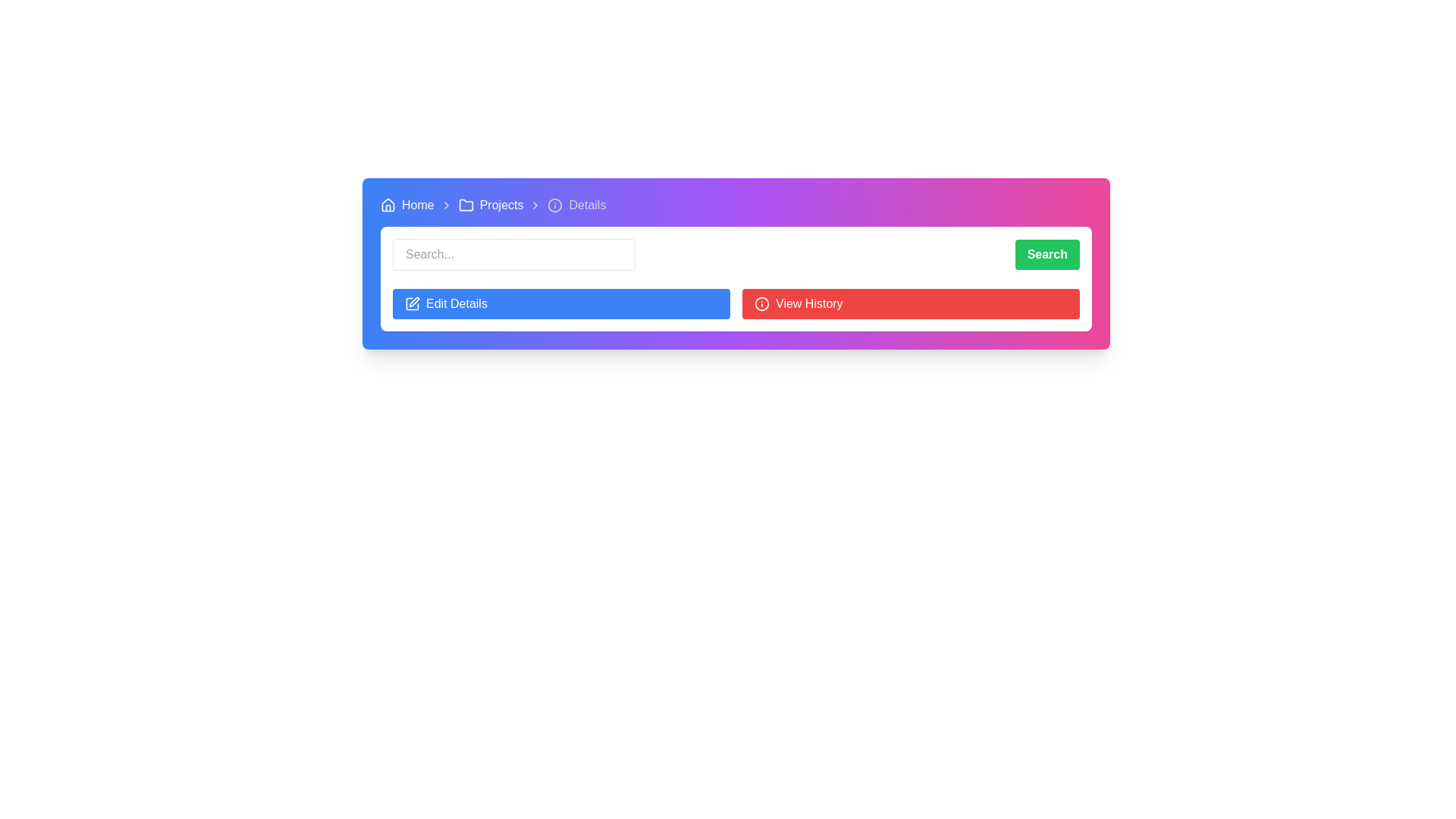 This screenshot has height=819, width=1456. I want to click on the SVG icon located to the left of the 'Details' text label in the breadcrumb navigation bar, so click(554, 205).